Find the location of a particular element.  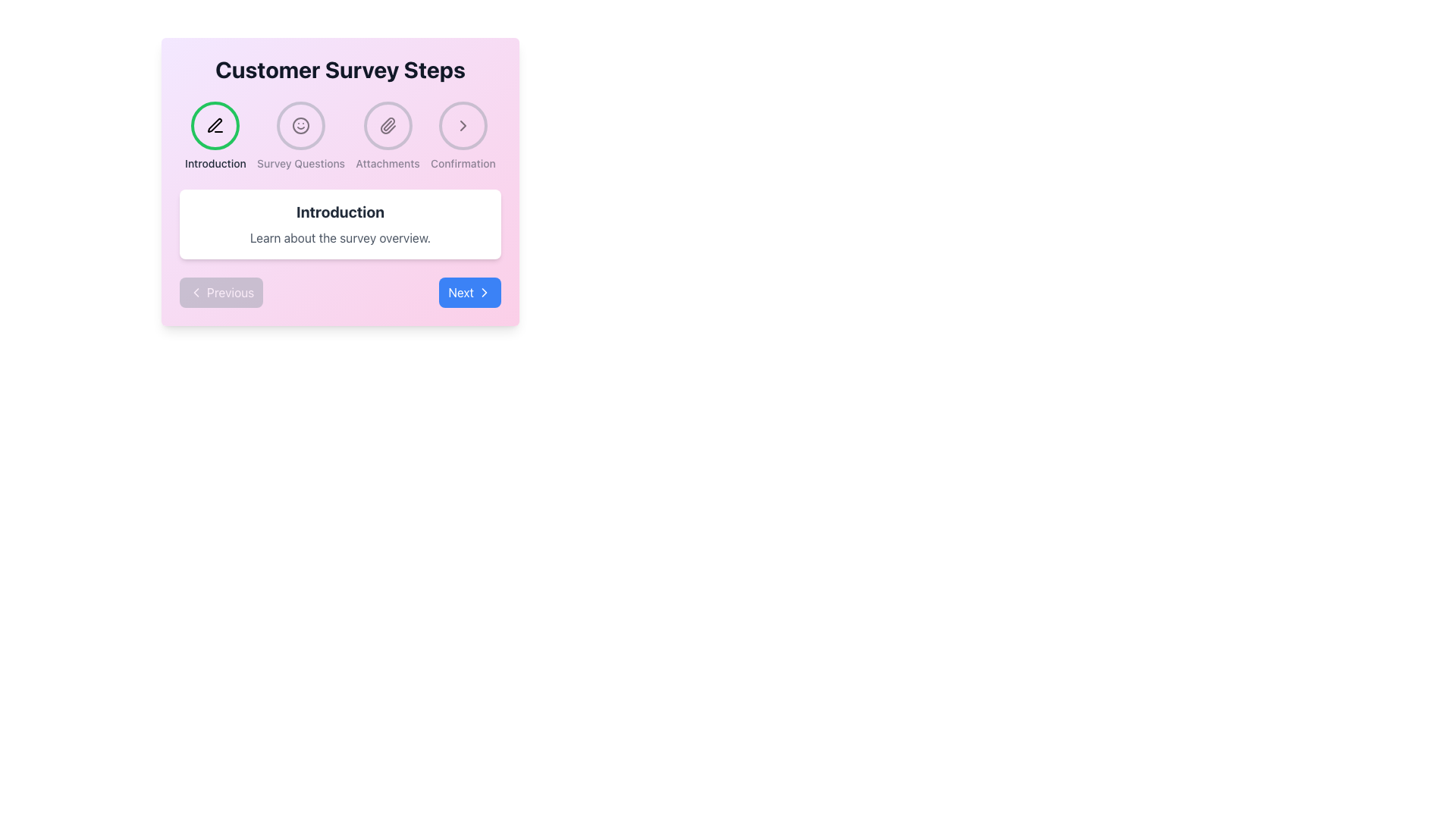

the step of the multi-step navigation panel is located at coordinates (340, 187).